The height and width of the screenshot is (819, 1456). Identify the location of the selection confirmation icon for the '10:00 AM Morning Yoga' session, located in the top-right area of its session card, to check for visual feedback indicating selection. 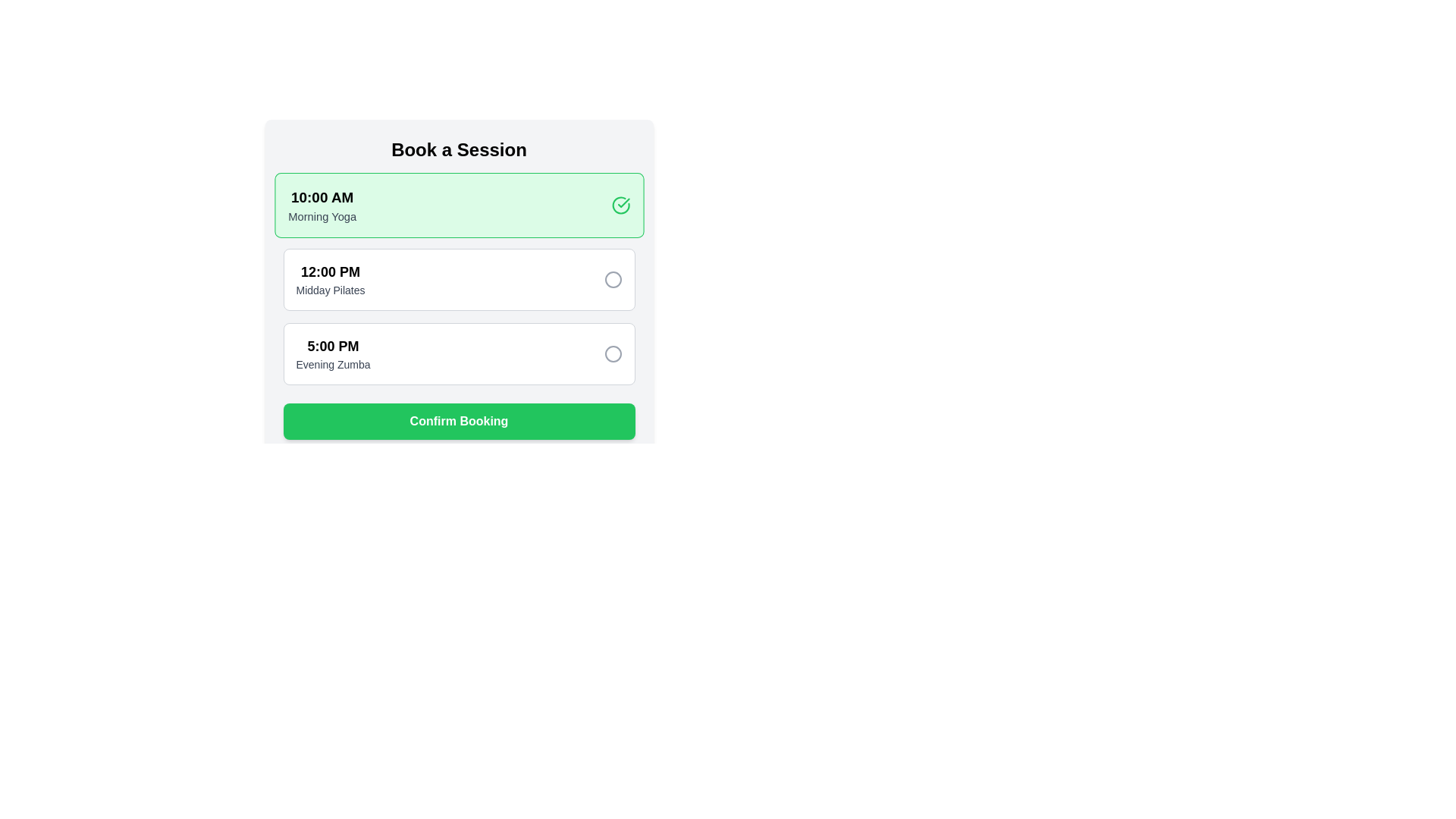
(620, 205).